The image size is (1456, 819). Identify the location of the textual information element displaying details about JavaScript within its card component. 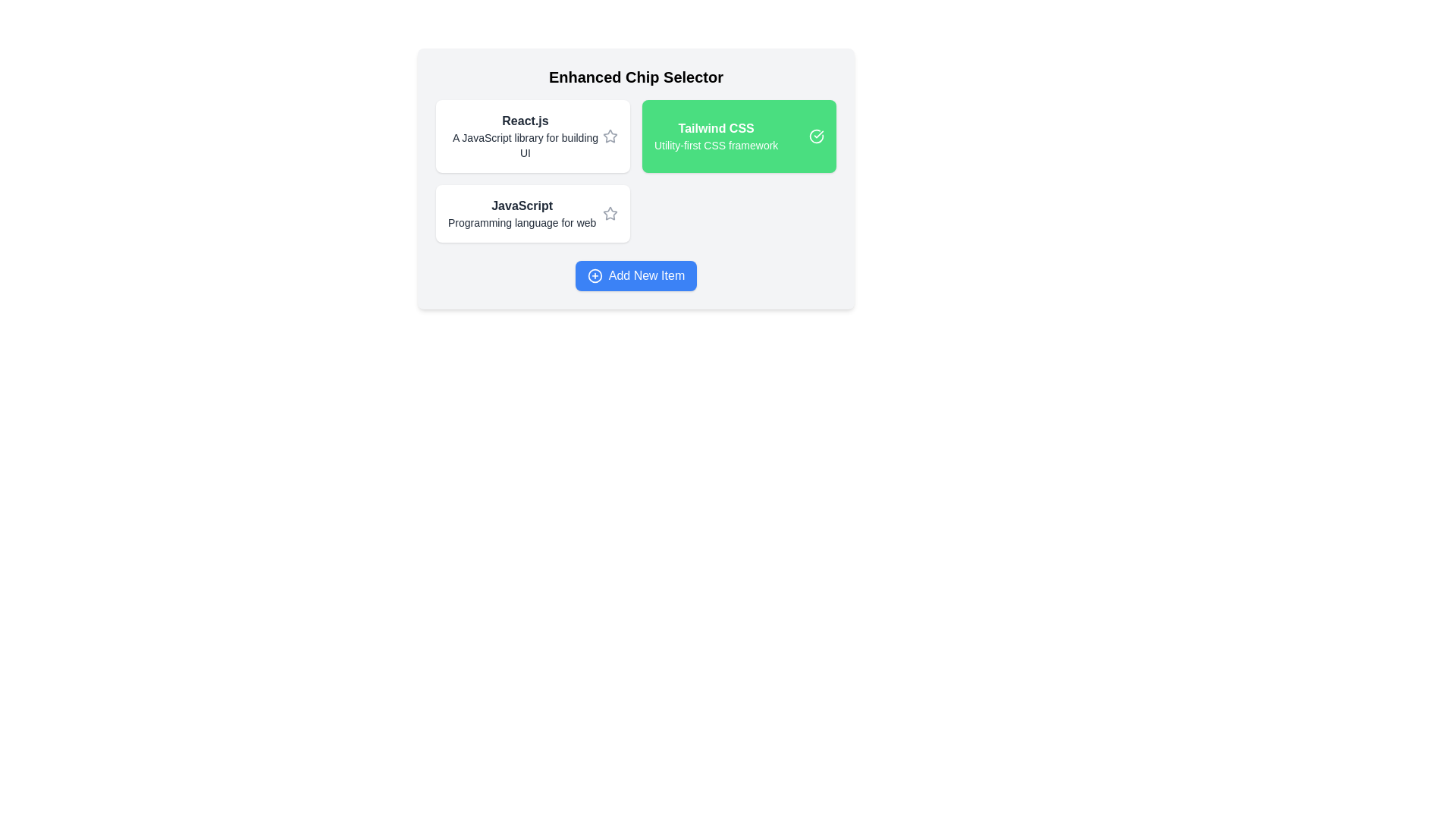
(522, 213).